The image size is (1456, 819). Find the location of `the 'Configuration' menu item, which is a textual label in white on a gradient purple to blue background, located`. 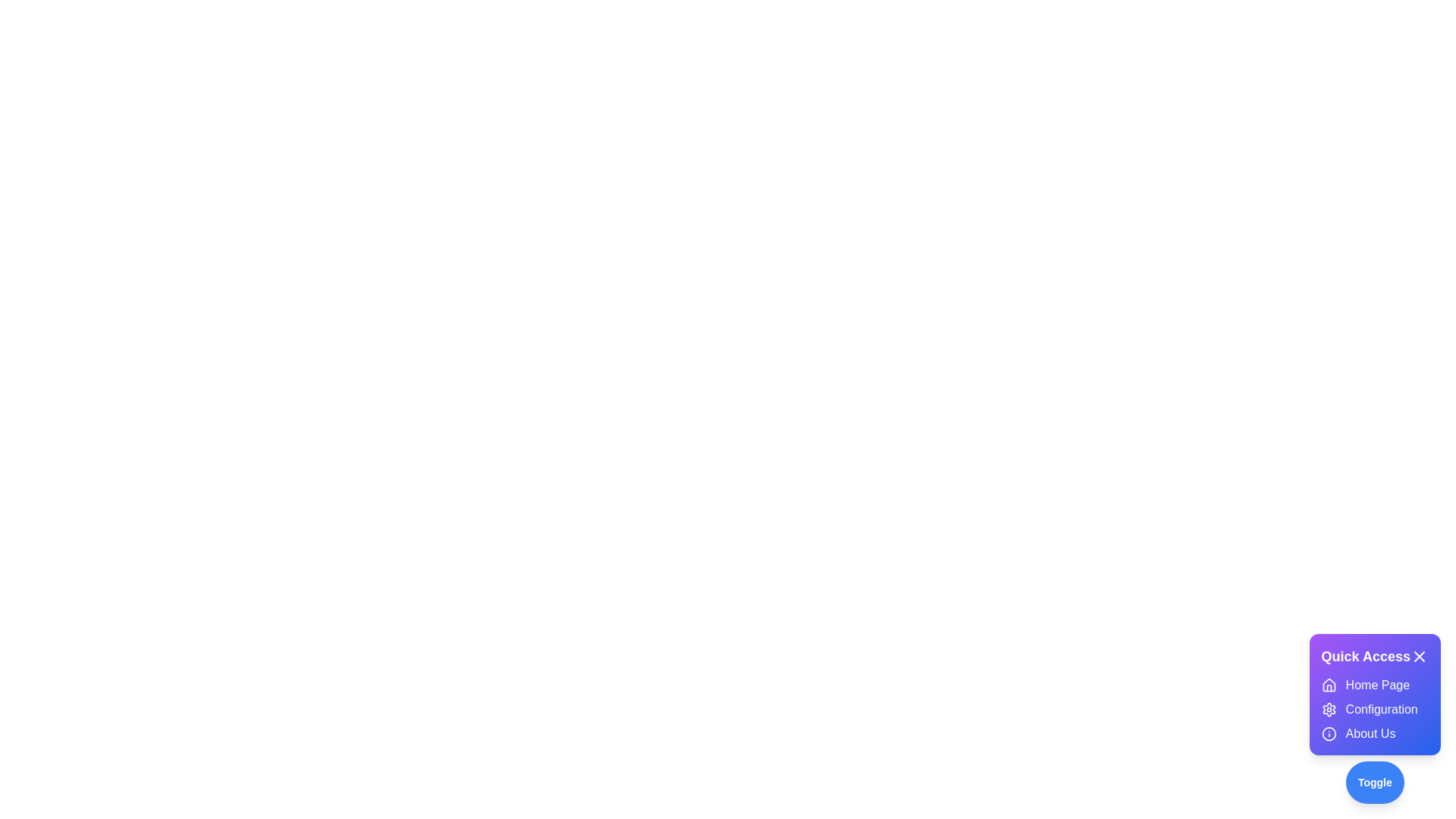

the 'Configuration' menu item, which is a textual label in white on a gradient purple to blue background, located is located at coordinates (1375, 710).